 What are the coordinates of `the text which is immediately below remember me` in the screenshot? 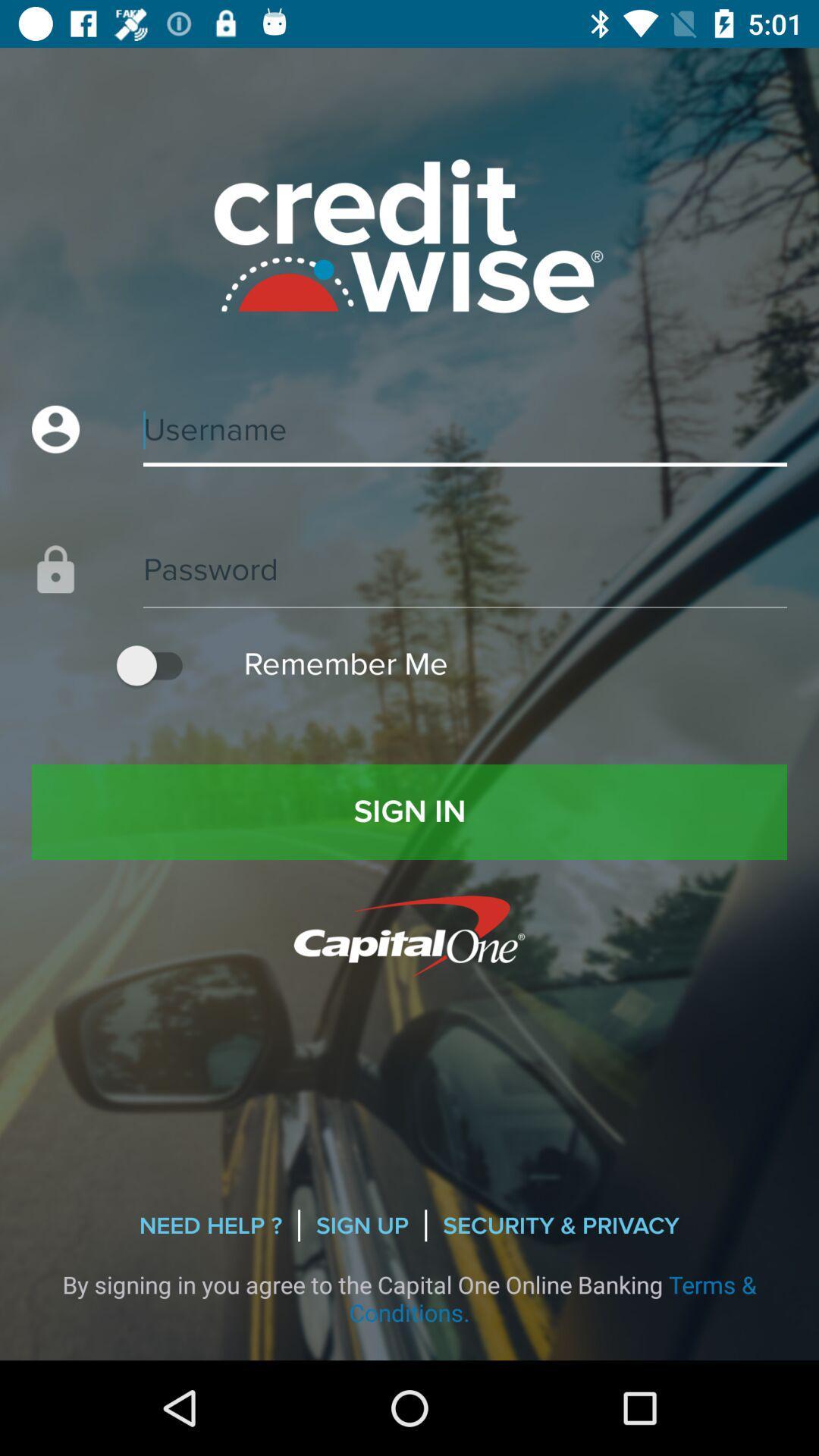 It's located at (409, 811).